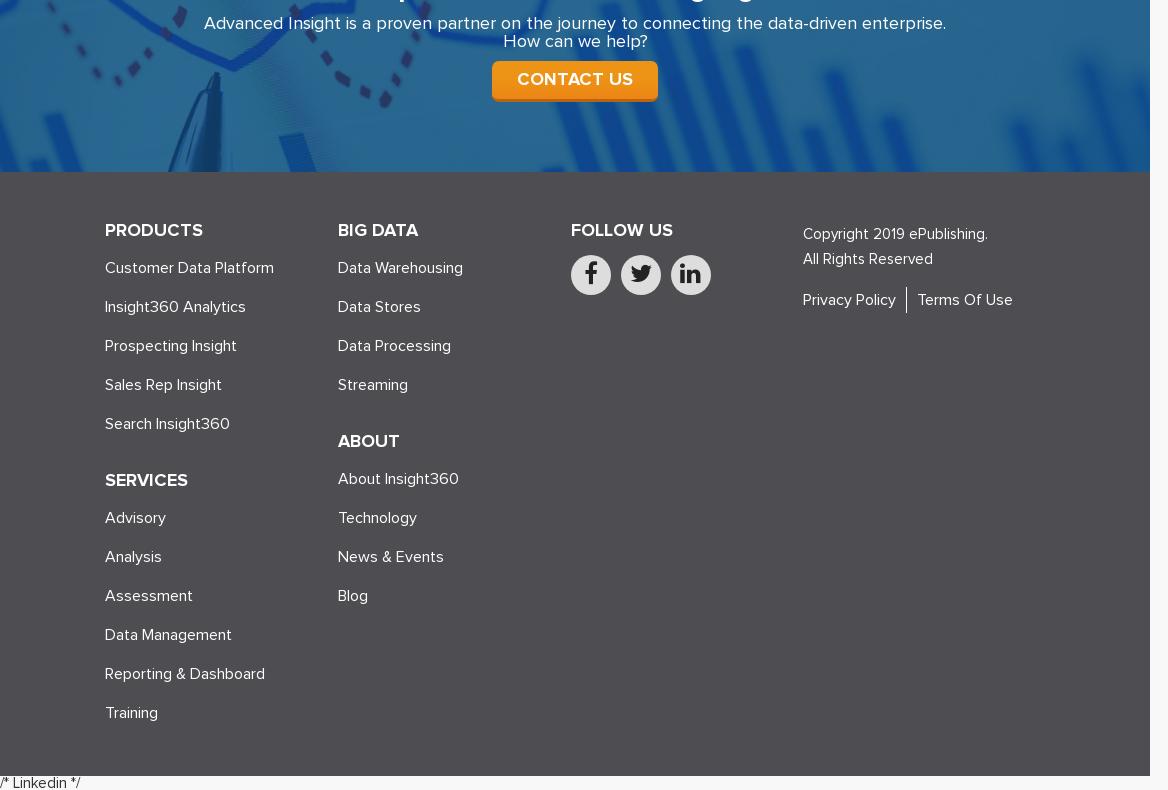  What do you see at coordinates (104, 516) in the screenshot?
I see `'Advisory'` at bounding box center [104, 516].